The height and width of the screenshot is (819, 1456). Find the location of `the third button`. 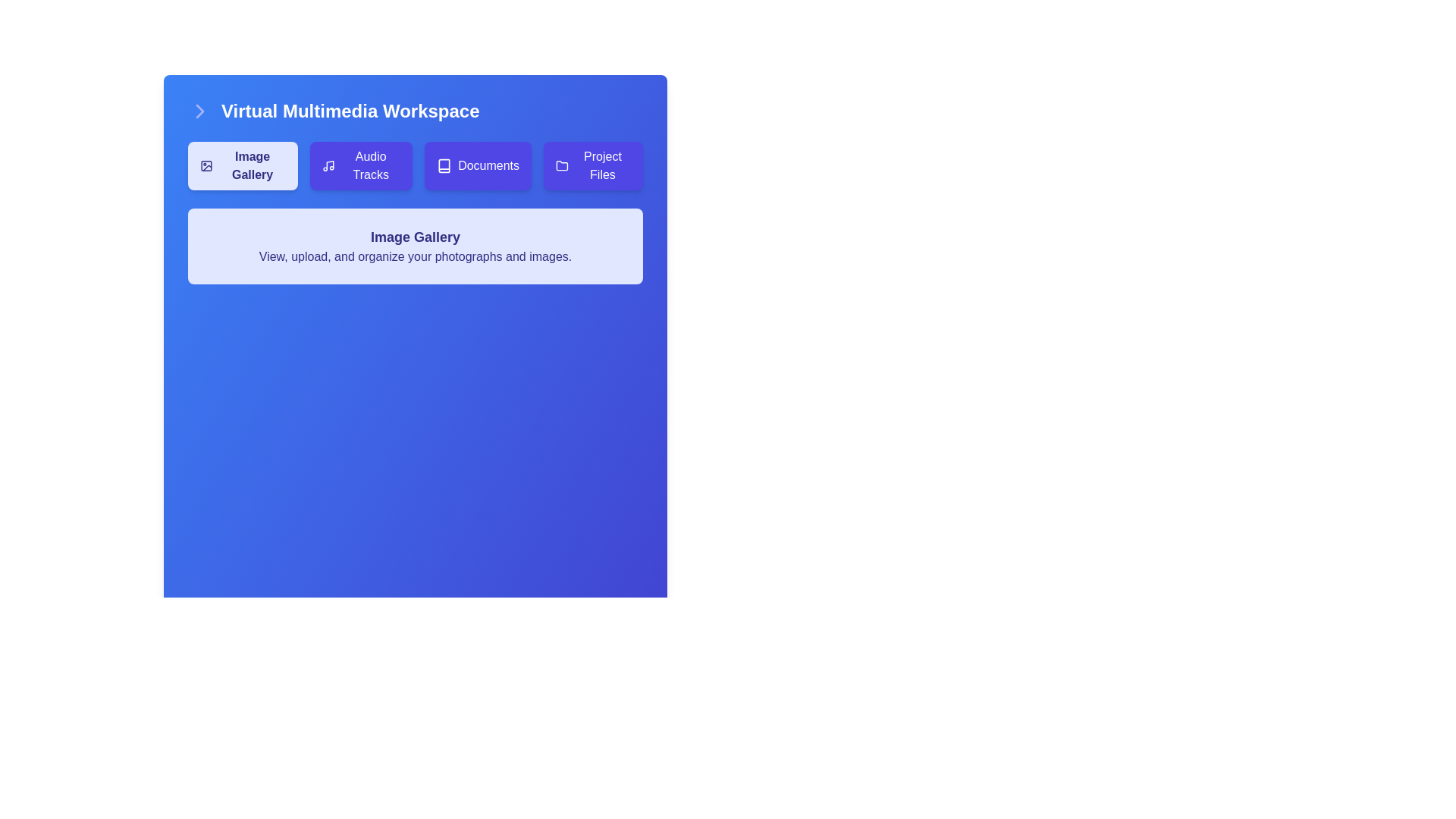

the third button is located at coordinates (477, 166).